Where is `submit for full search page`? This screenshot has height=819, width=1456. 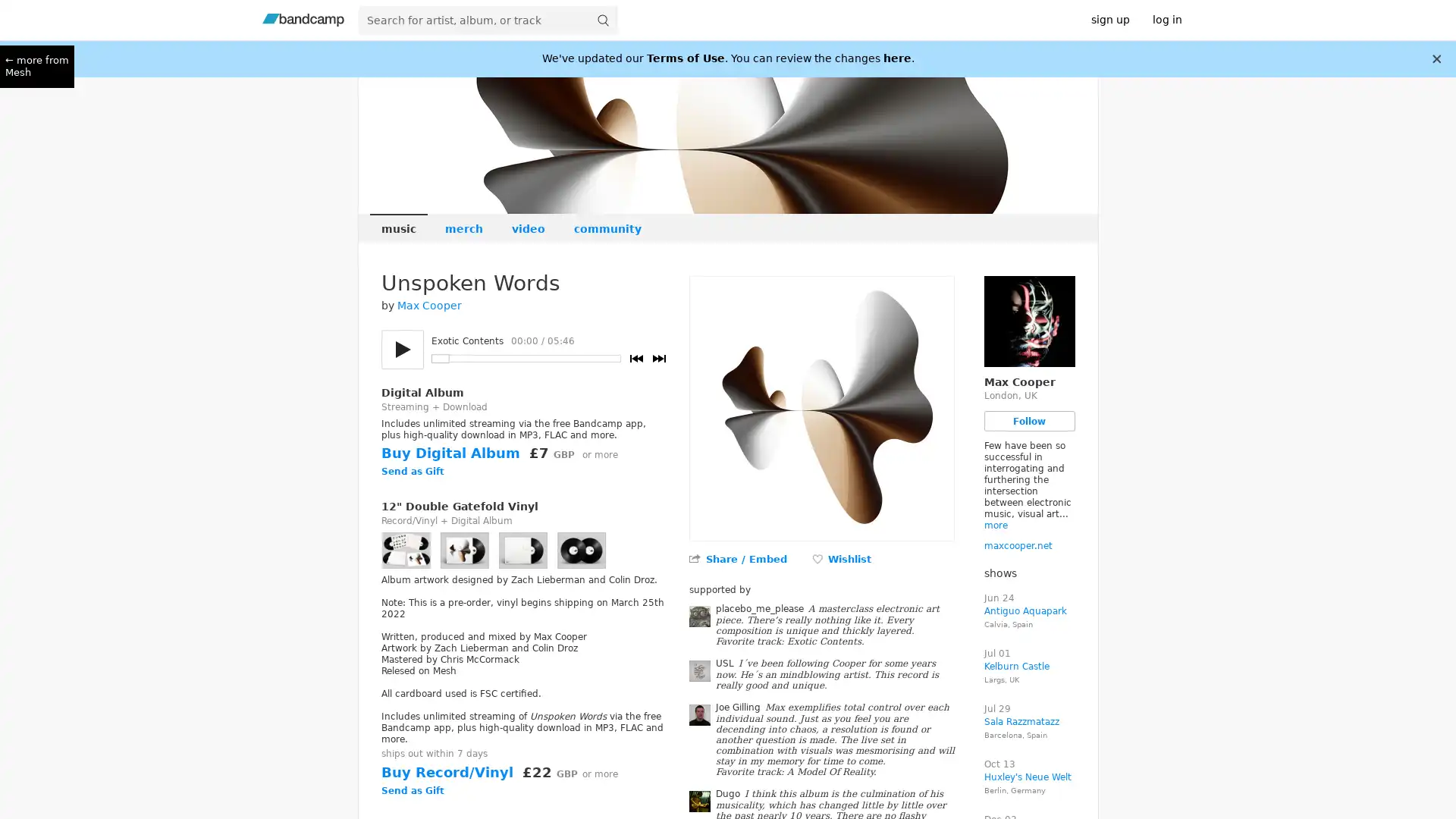
submit for full search page is located at coordinates (602, 20).